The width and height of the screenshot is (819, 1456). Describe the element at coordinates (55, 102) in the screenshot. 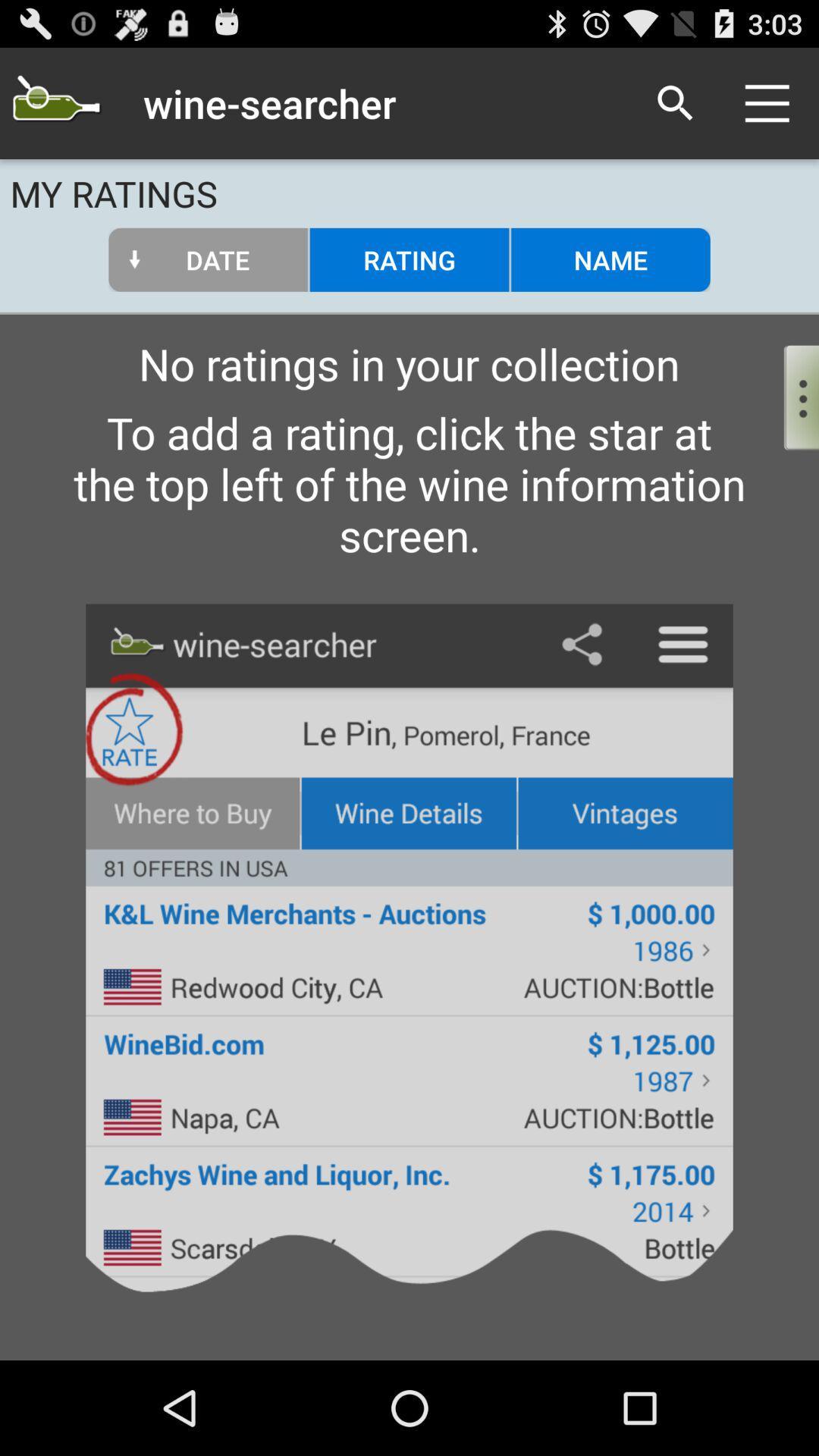

I see `search for a wine` at that location.